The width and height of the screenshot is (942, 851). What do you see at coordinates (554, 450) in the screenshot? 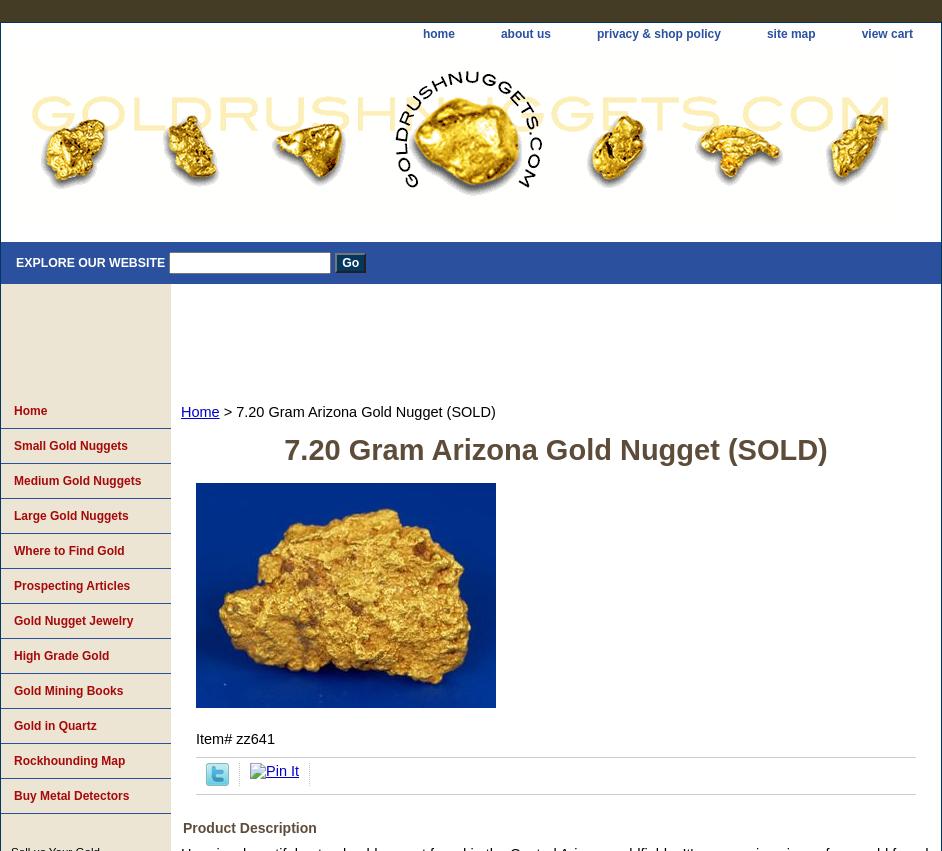
I see `'7.20 Gram Arizona Gold Nugget (SOLD)'` at bounding box center [554, 450].